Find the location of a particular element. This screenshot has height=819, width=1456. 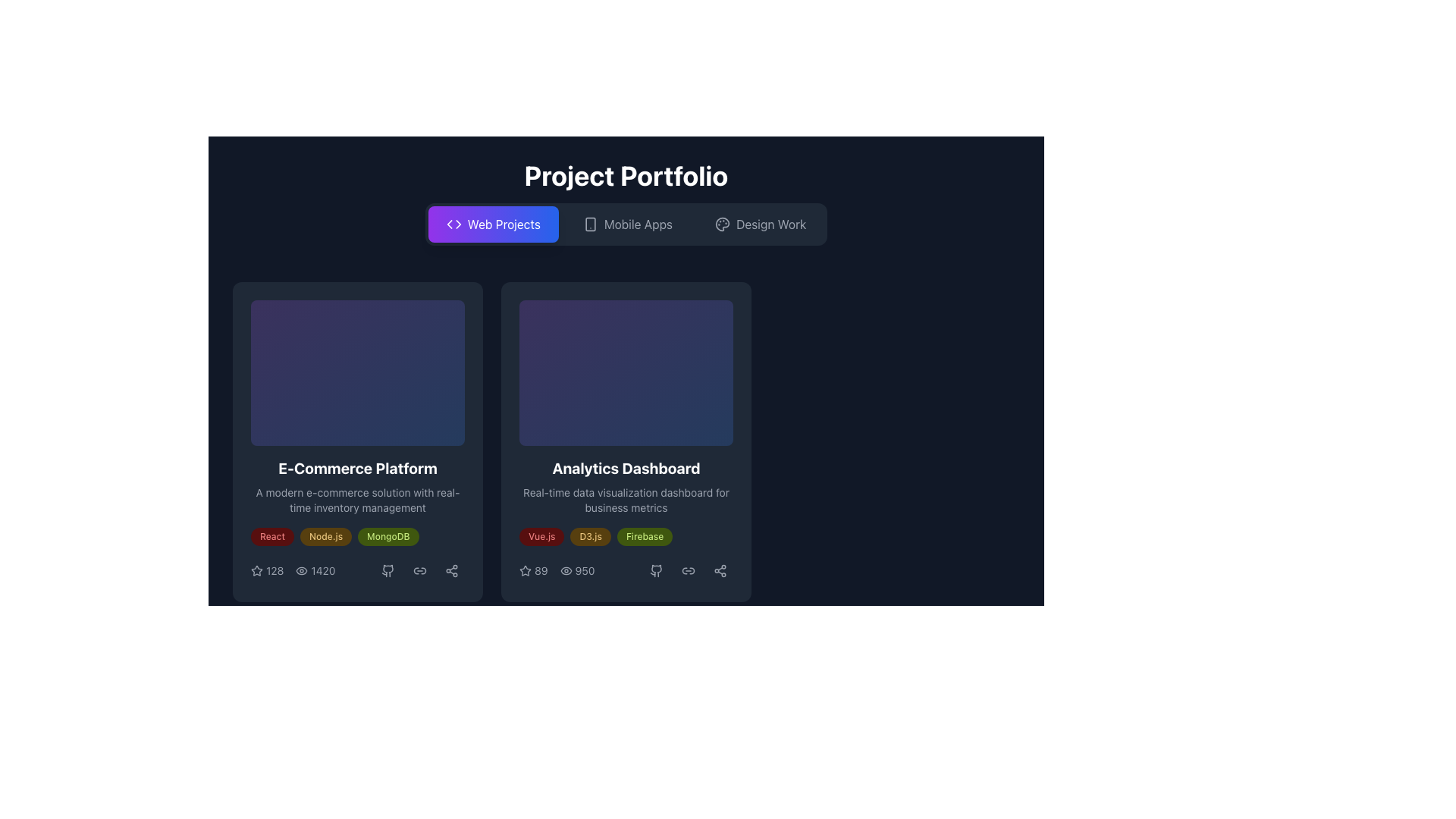

the small circular GitHub logo icon located in the bottom section of the 'E-Commerce Platform' card, positioned to the right of a numerical counter and to the left of a link icon is located at coordinates (388, 570).